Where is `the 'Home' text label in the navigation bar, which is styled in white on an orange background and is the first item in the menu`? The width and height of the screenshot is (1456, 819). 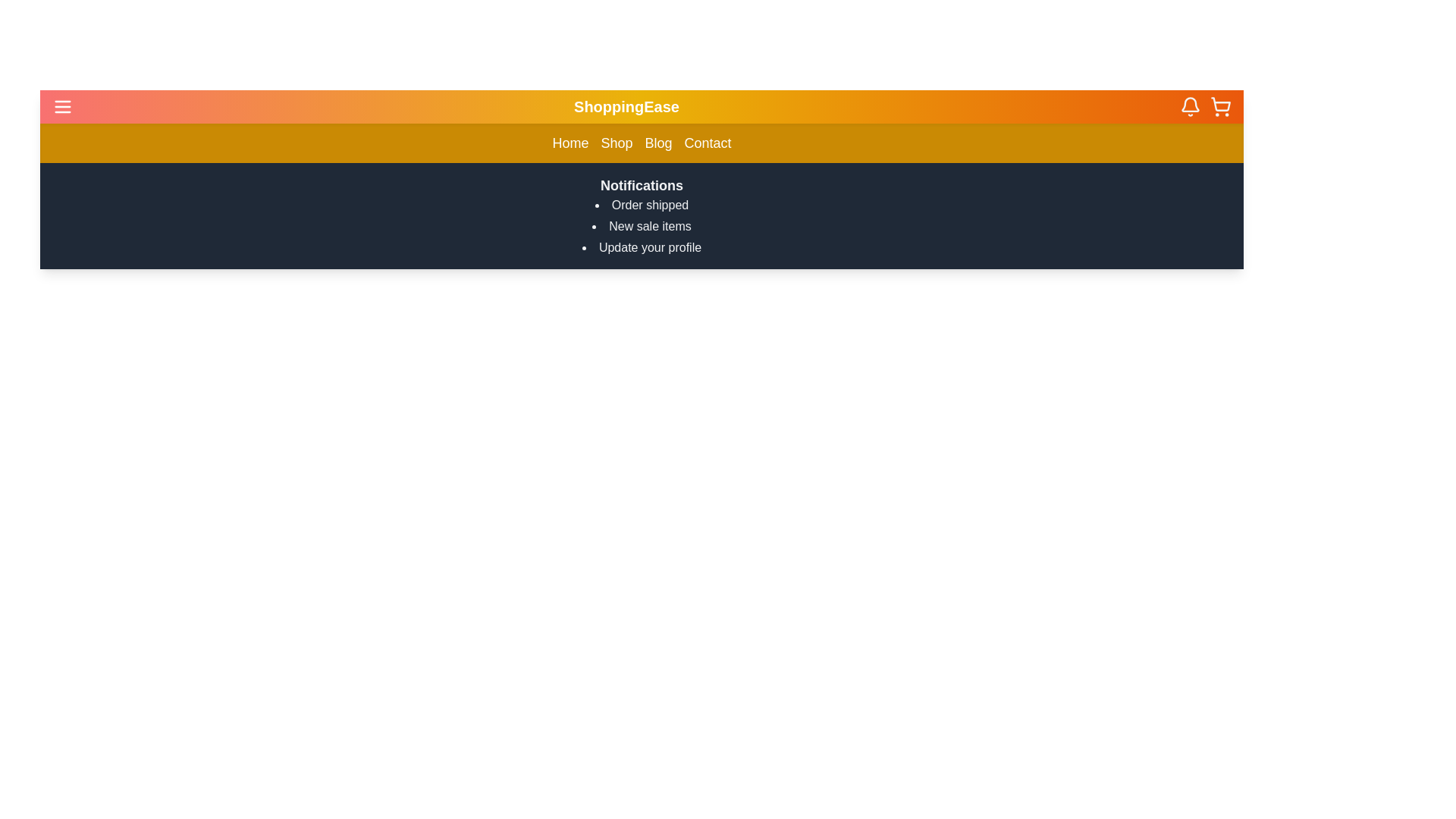 the 'Home' text label in the navigation bar, which is styled in white on an orange background and is the first item in the menu is located at coordinates (570, 143).